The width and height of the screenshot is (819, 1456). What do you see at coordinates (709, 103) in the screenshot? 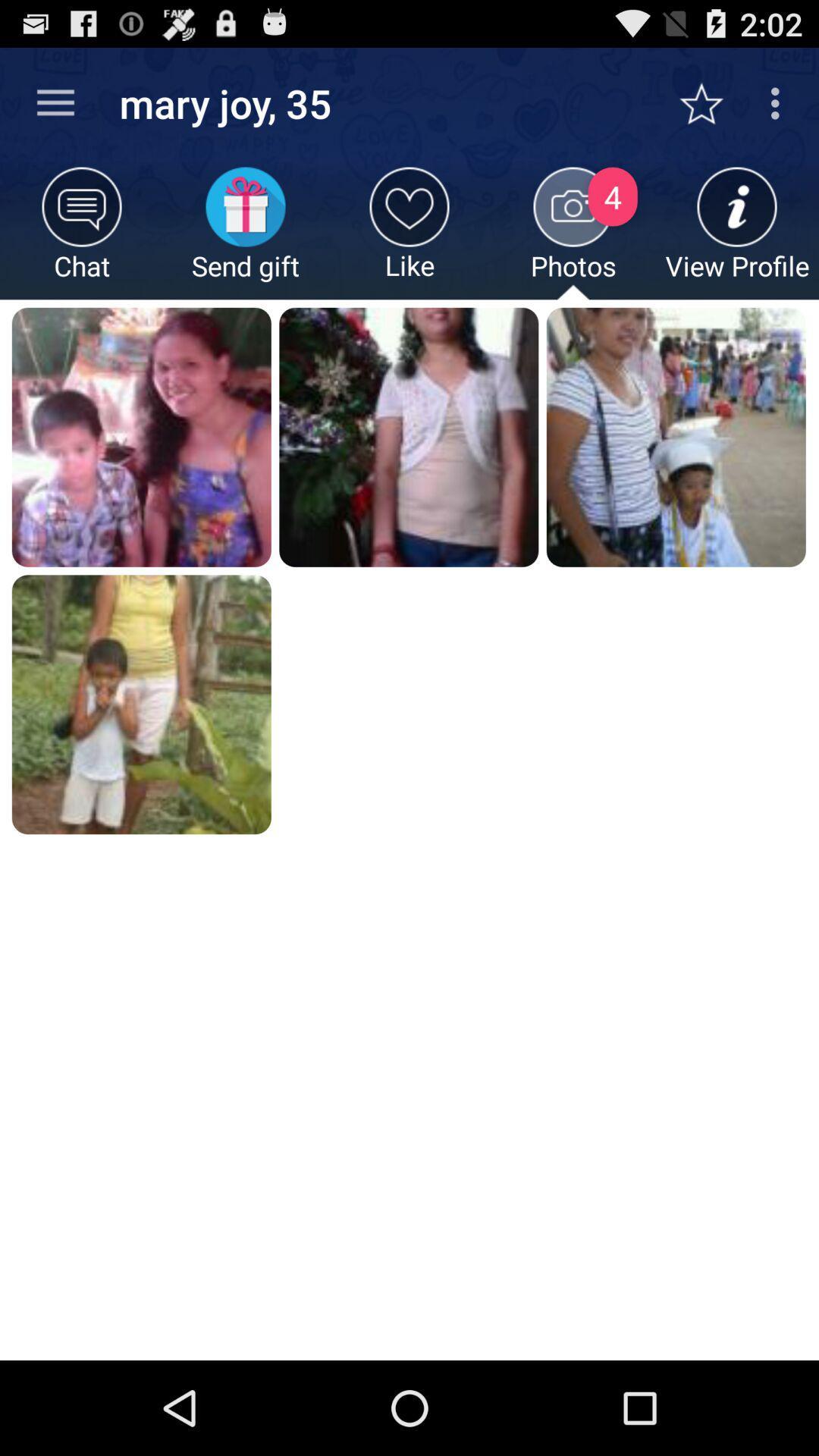
I see `the star icon` at bounding box center [709, 103].